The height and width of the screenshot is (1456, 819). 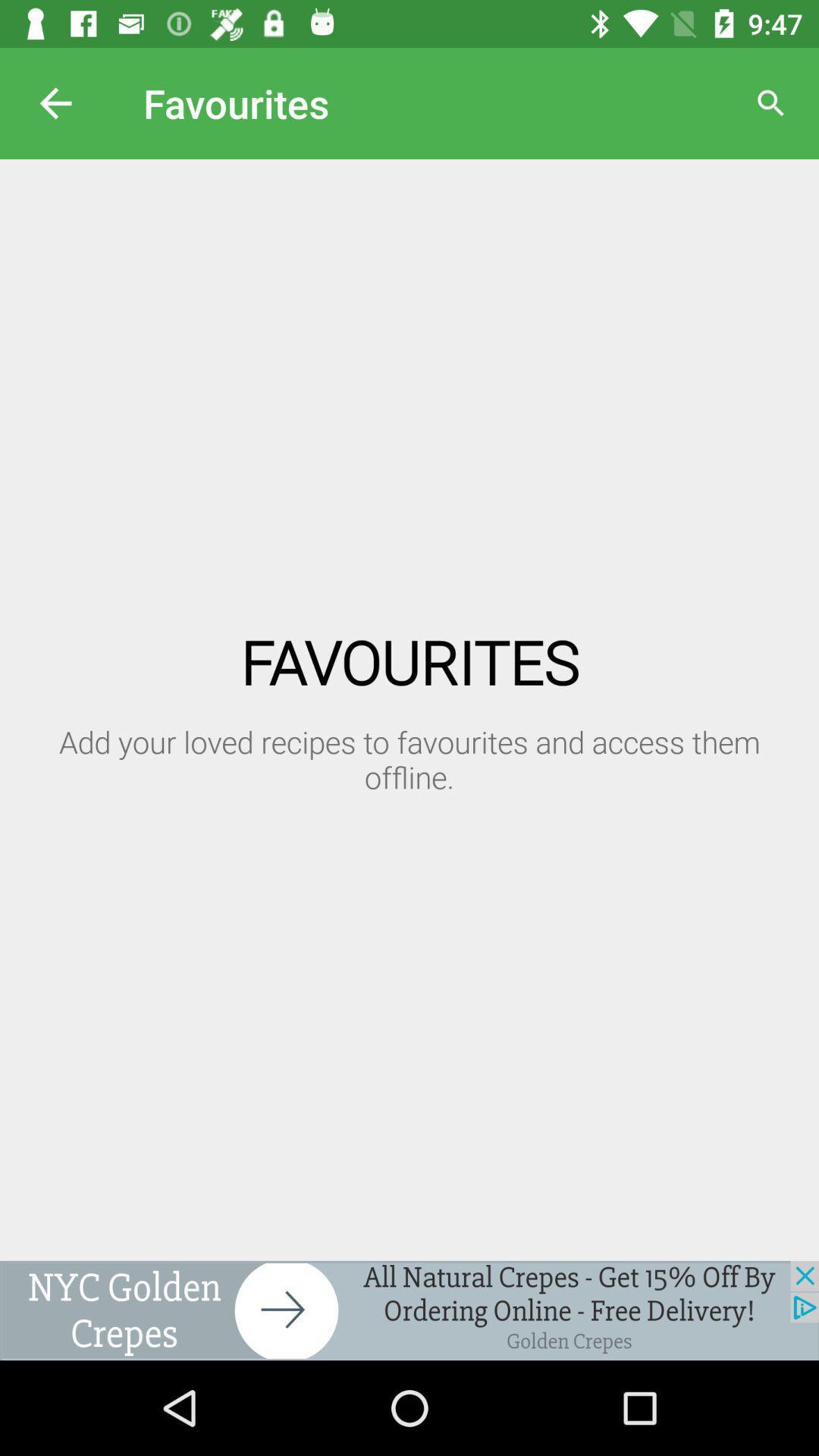 I want to click on the search icon right next to favourites, so click(x=771, y=103).